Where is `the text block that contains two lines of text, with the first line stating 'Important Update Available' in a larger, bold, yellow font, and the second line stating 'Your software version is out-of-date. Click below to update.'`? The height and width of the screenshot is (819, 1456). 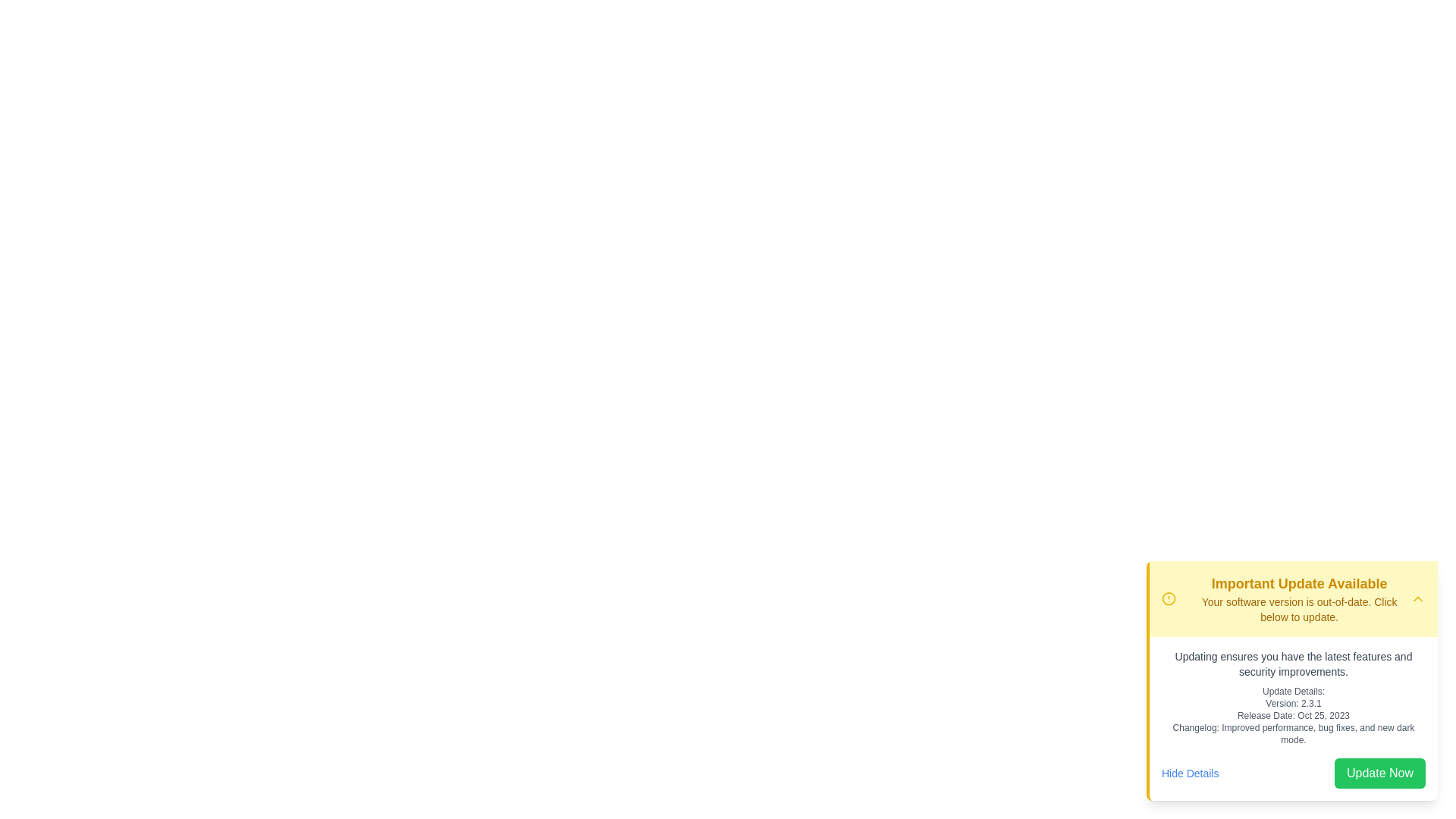 the text block that contains two lines of text, with the first line stating 'Important Update Available' in a larger, bold, yellow font, and the second line stating 'Your software version is out-of-date. Click below to update.' is located at coordinates (1298, 598).